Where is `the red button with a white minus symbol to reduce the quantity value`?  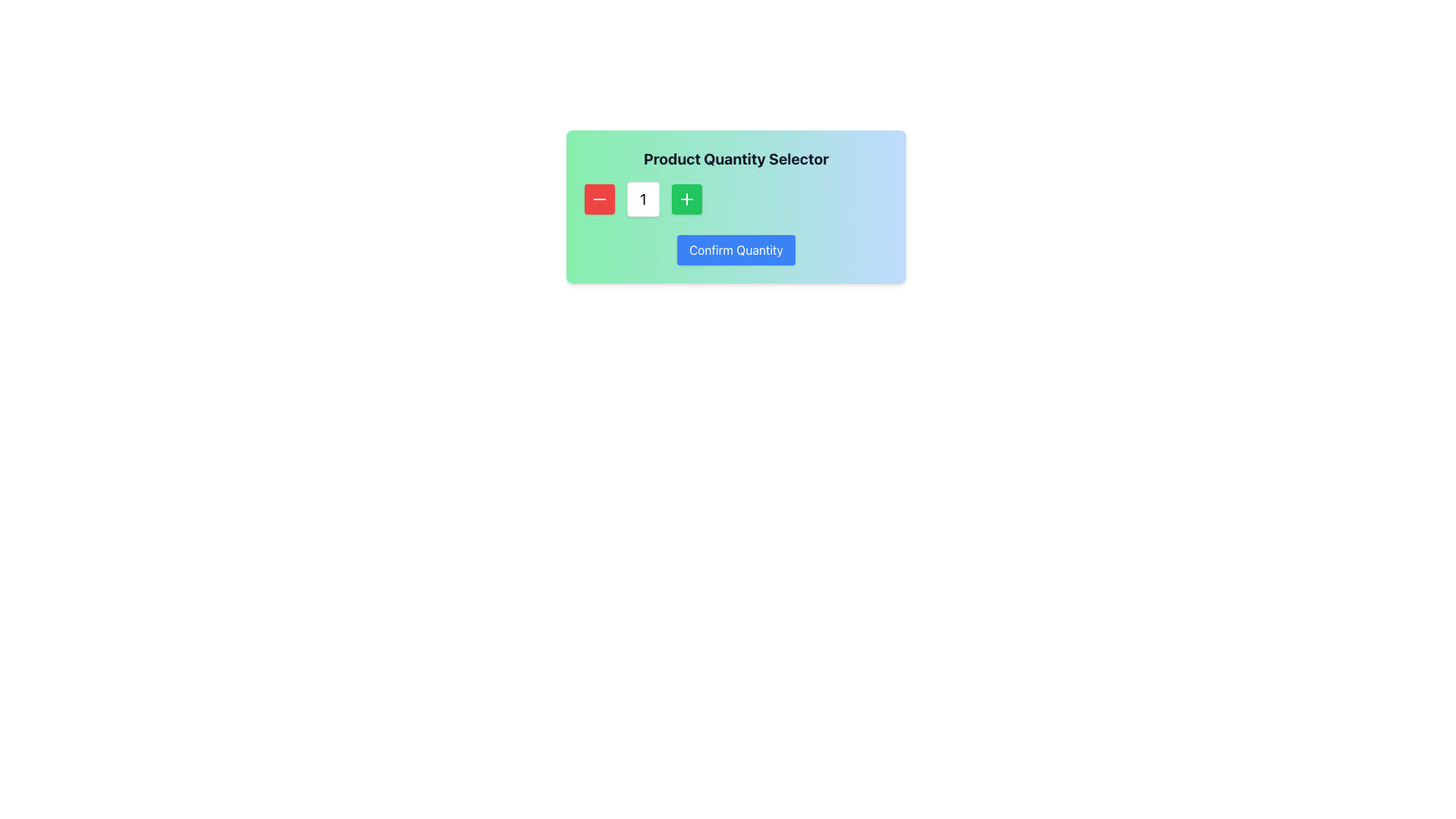 the red button with a white minus symbol to reduce the quantity value is located at coordinates (599, 198).